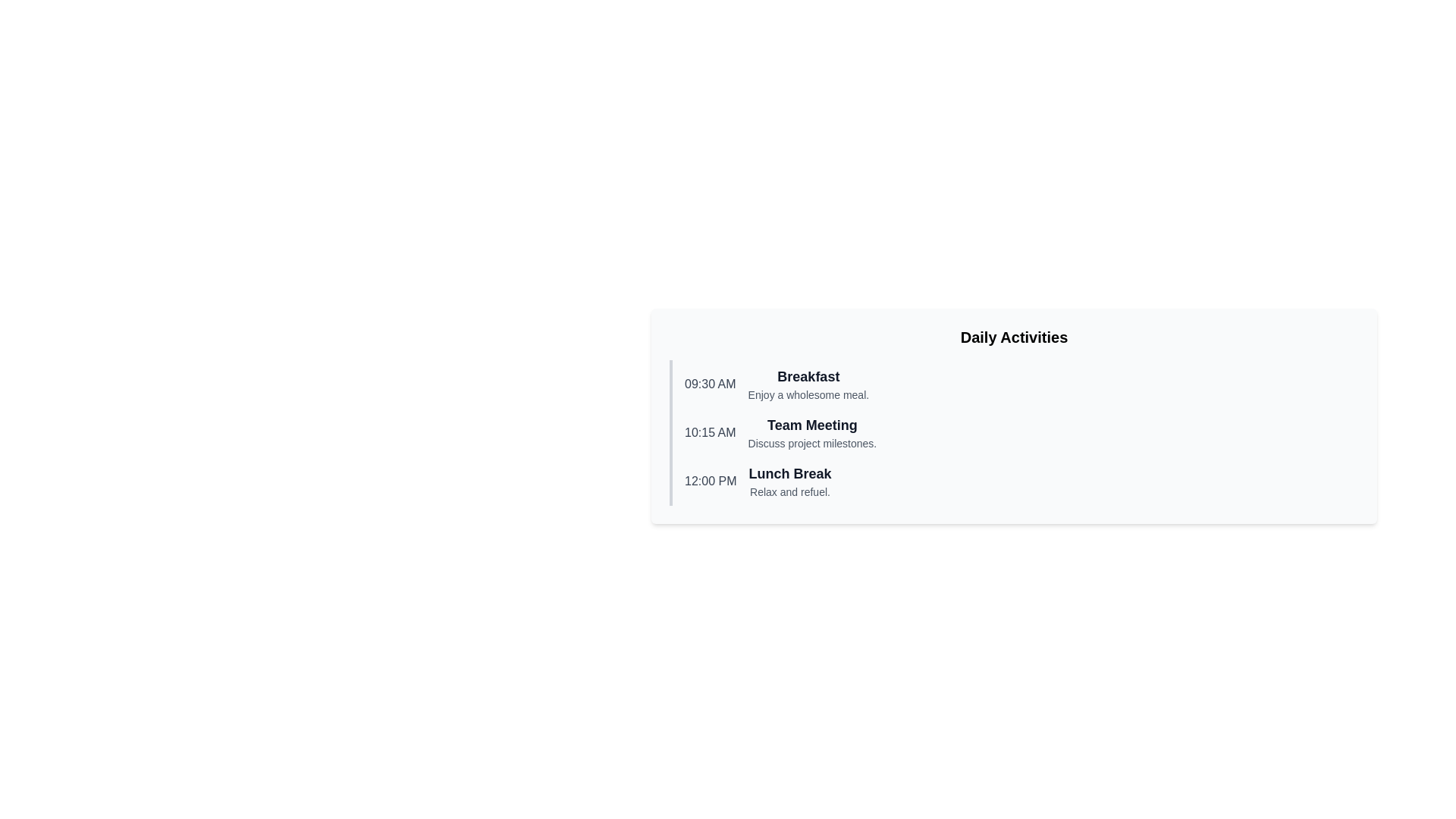 This screenshot has width=1456, height=819. I want to click on descriptive text label located beneath the 'Breakfast' title in the timetable UI section, so click(808, 394).